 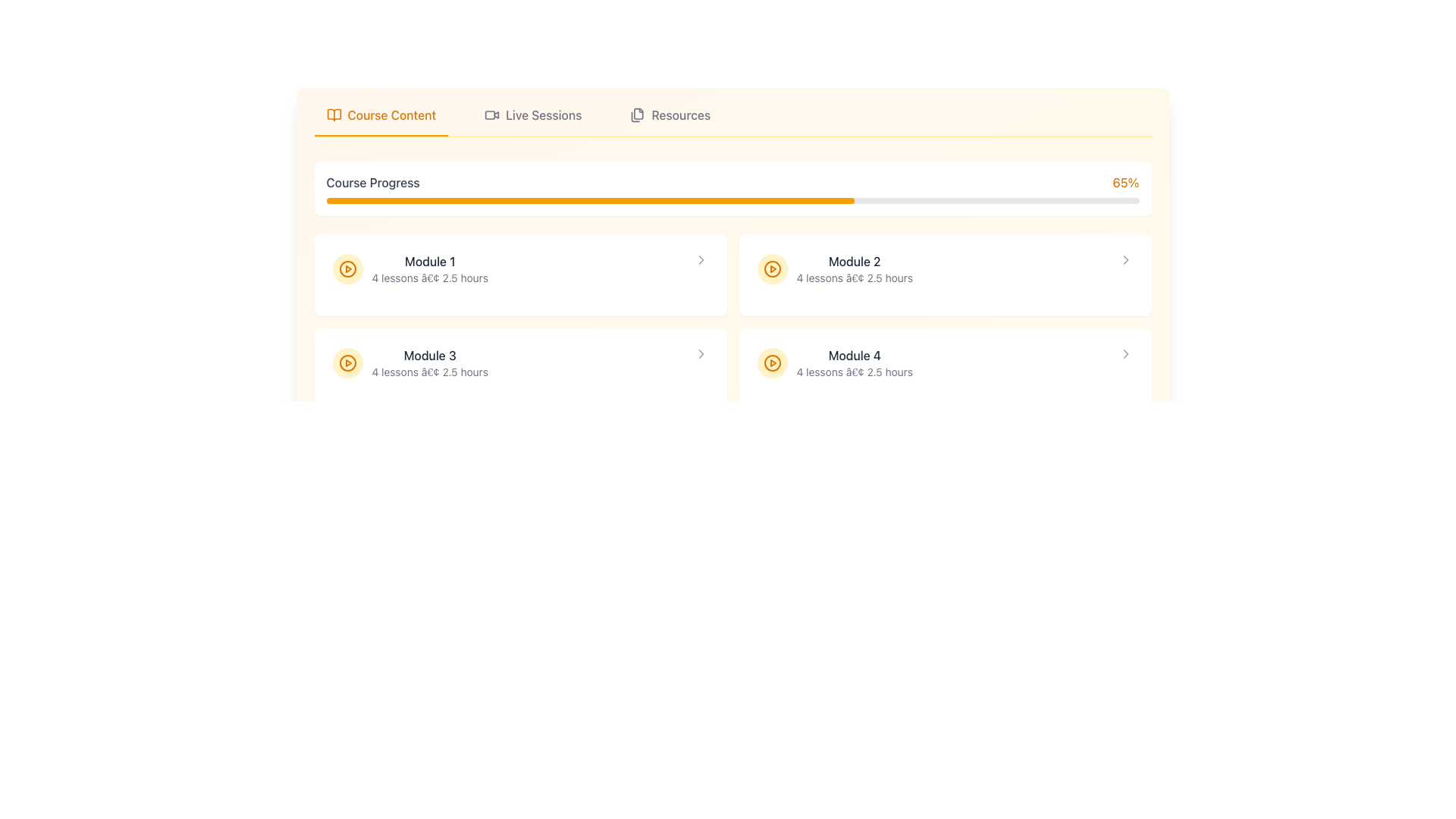 I want to click on the open book icon located to the left of the 'Course Content' tab heading, so click(x=333, y=114).